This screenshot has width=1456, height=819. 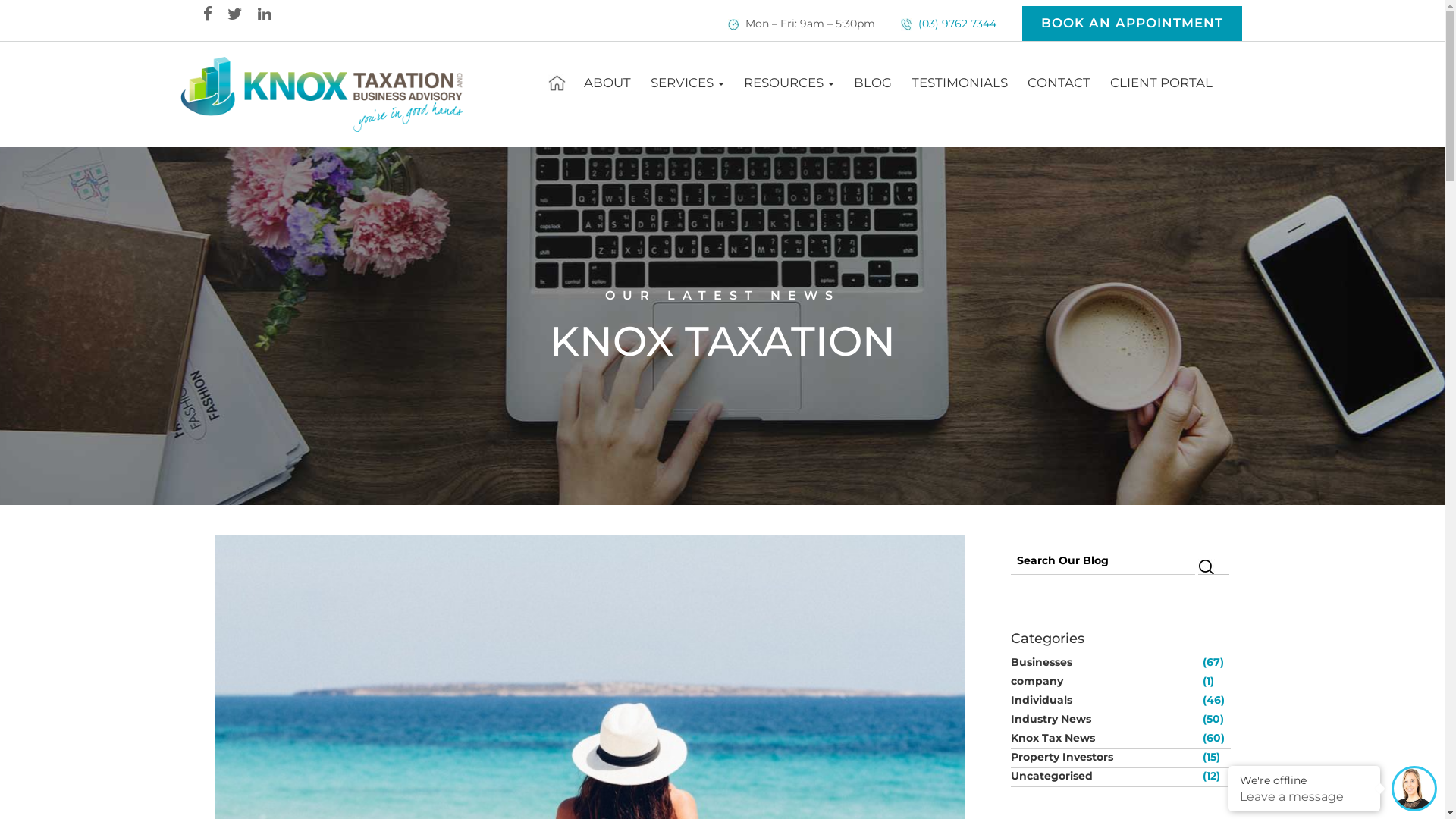 I want to click on 'Businesses', so click(x=1104, y=661).